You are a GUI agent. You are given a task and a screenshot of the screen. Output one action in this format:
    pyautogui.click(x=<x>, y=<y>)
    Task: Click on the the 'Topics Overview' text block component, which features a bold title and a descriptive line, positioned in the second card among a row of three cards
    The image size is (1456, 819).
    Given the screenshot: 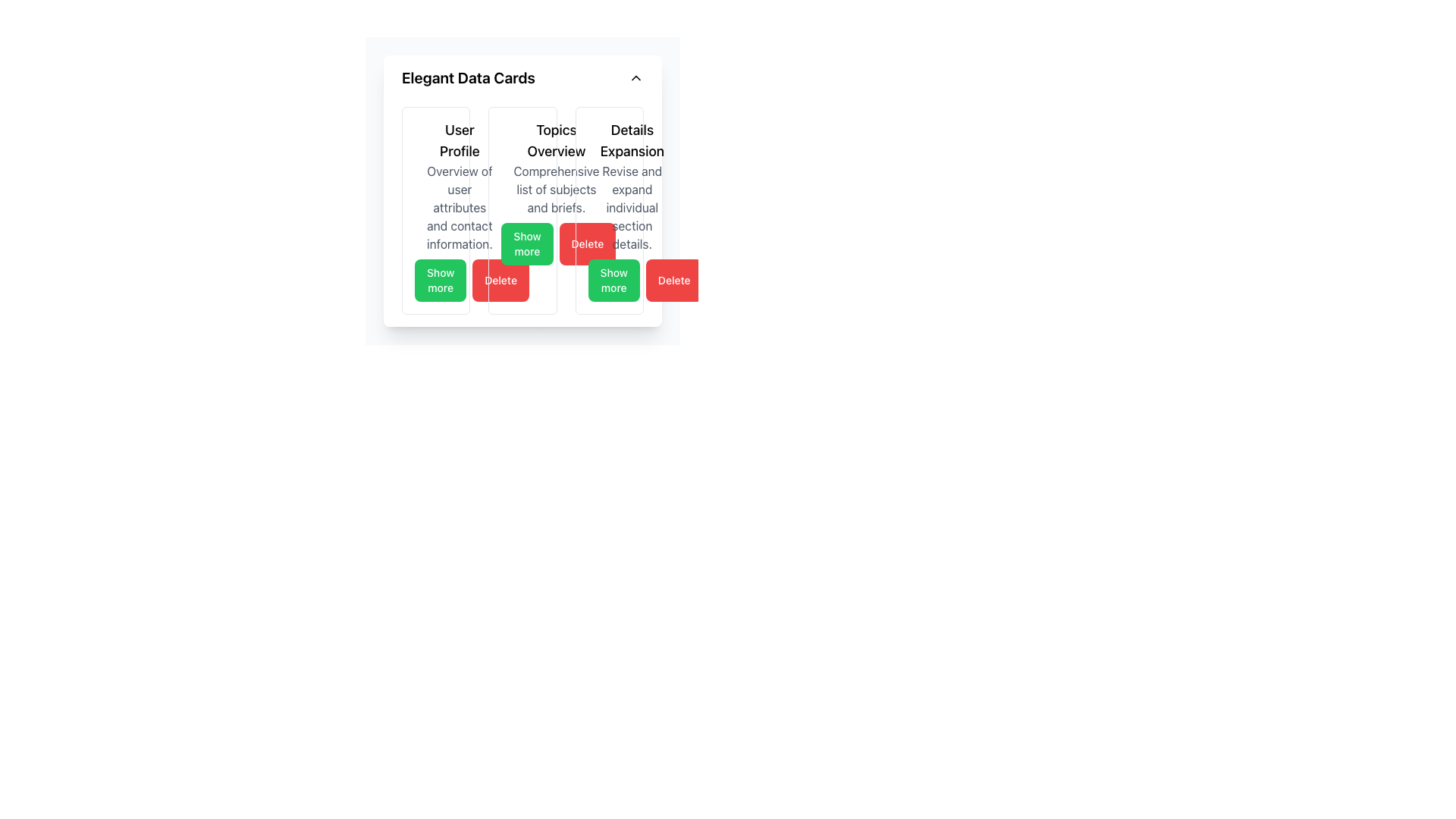 What is the action you would take?
    pyautogui.click(x=522, y=168)
    